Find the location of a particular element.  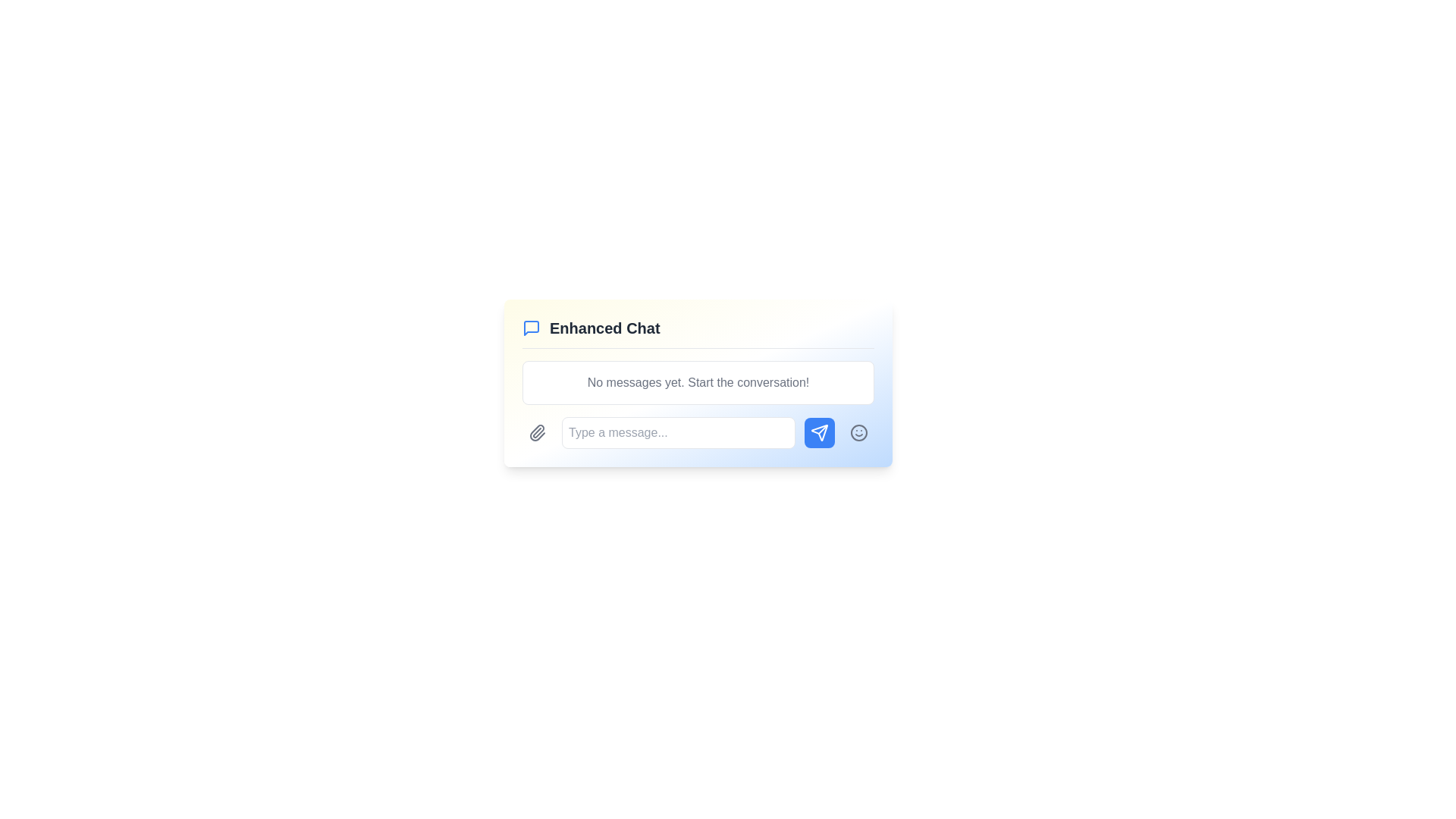

the circular smiley face icon with a gray stroke in the message input interface is located at coordinates (858, 432).